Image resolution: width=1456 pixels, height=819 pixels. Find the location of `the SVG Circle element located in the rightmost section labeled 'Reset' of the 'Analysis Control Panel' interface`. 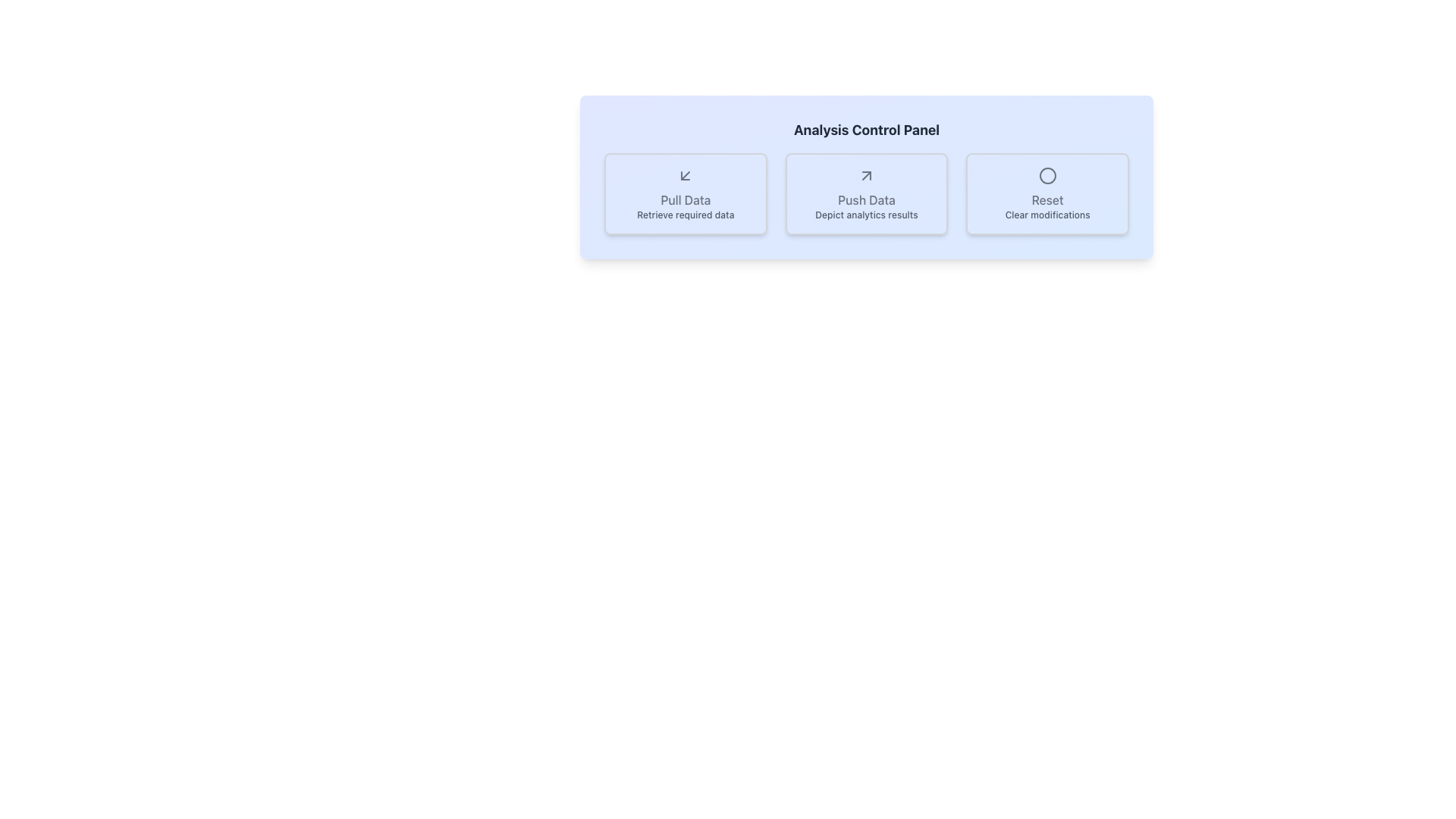

the SVG Circle element located in the rightmost section labeled 'Reset' of the 'Analysis Control Panel' interface is located at coordinates (1046, 174).